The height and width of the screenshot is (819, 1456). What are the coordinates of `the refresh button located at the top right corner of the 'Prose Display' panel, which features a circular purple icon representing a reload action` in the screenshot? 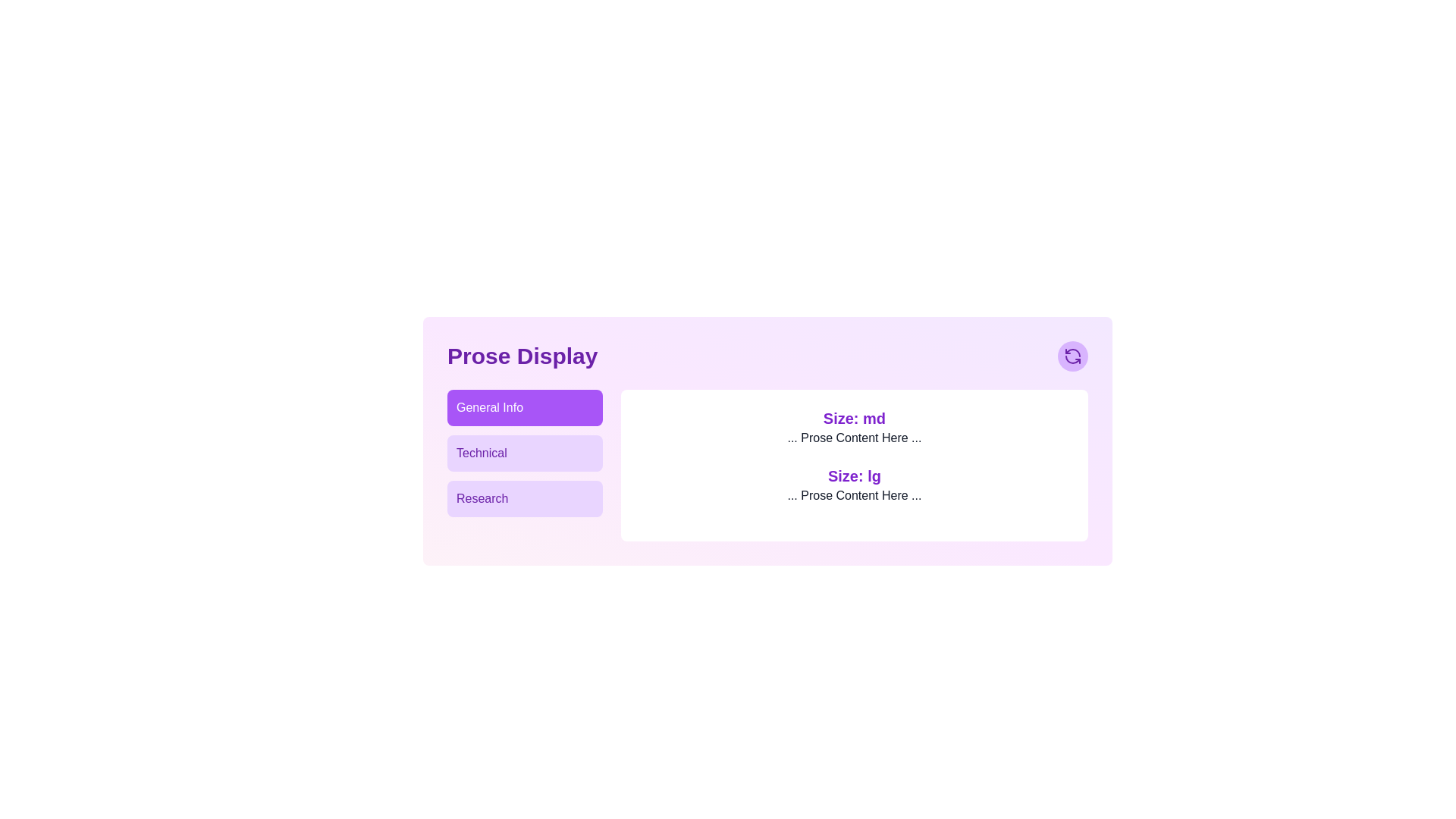 It's located at (1072, 356).